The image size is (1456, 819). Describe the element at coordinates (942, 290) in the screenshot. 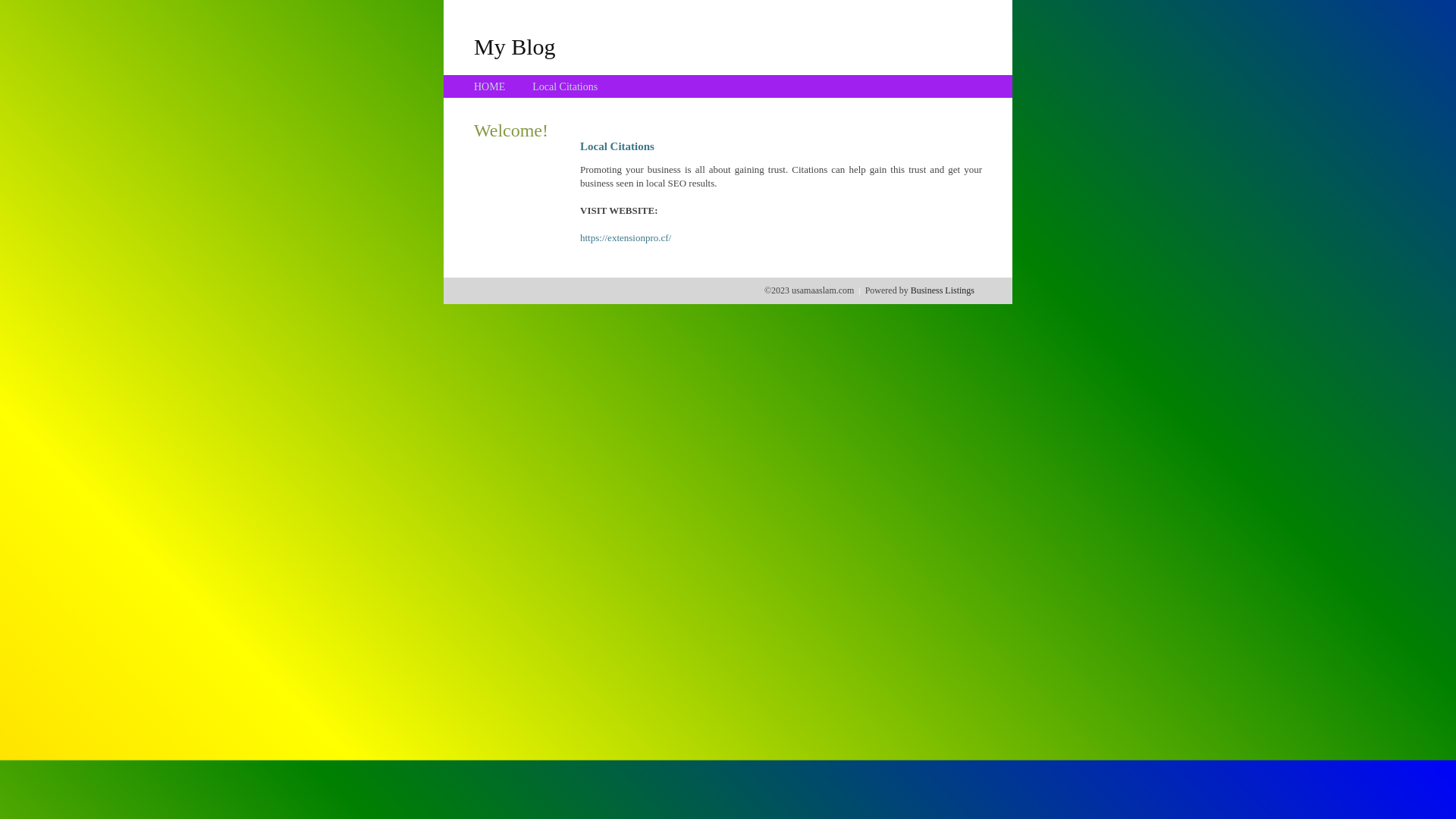

I see `'Business Listings'` at that location.